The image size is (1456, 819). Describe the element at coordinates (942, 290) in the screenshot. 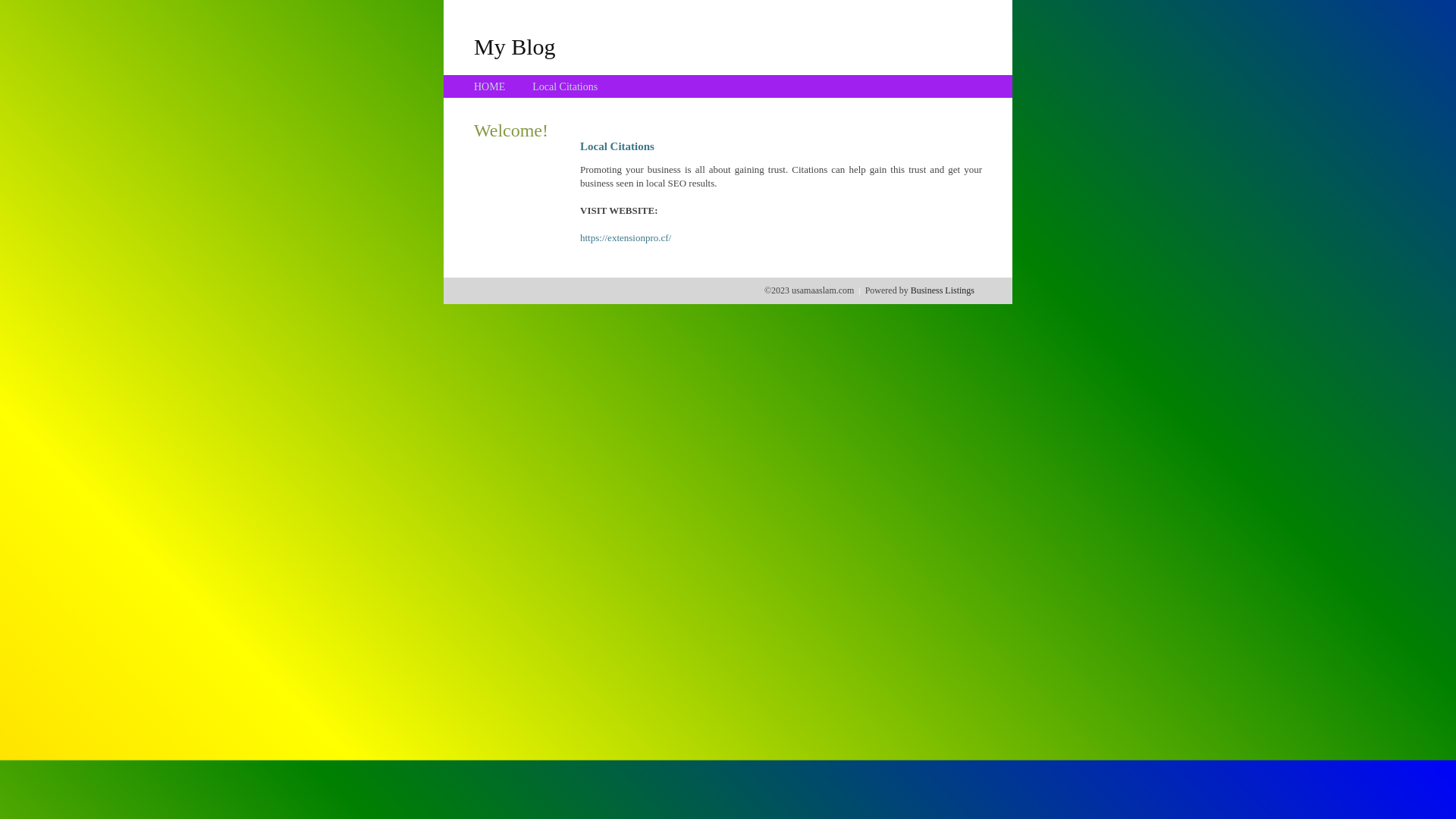

I see `'Business Listings'` at that location.